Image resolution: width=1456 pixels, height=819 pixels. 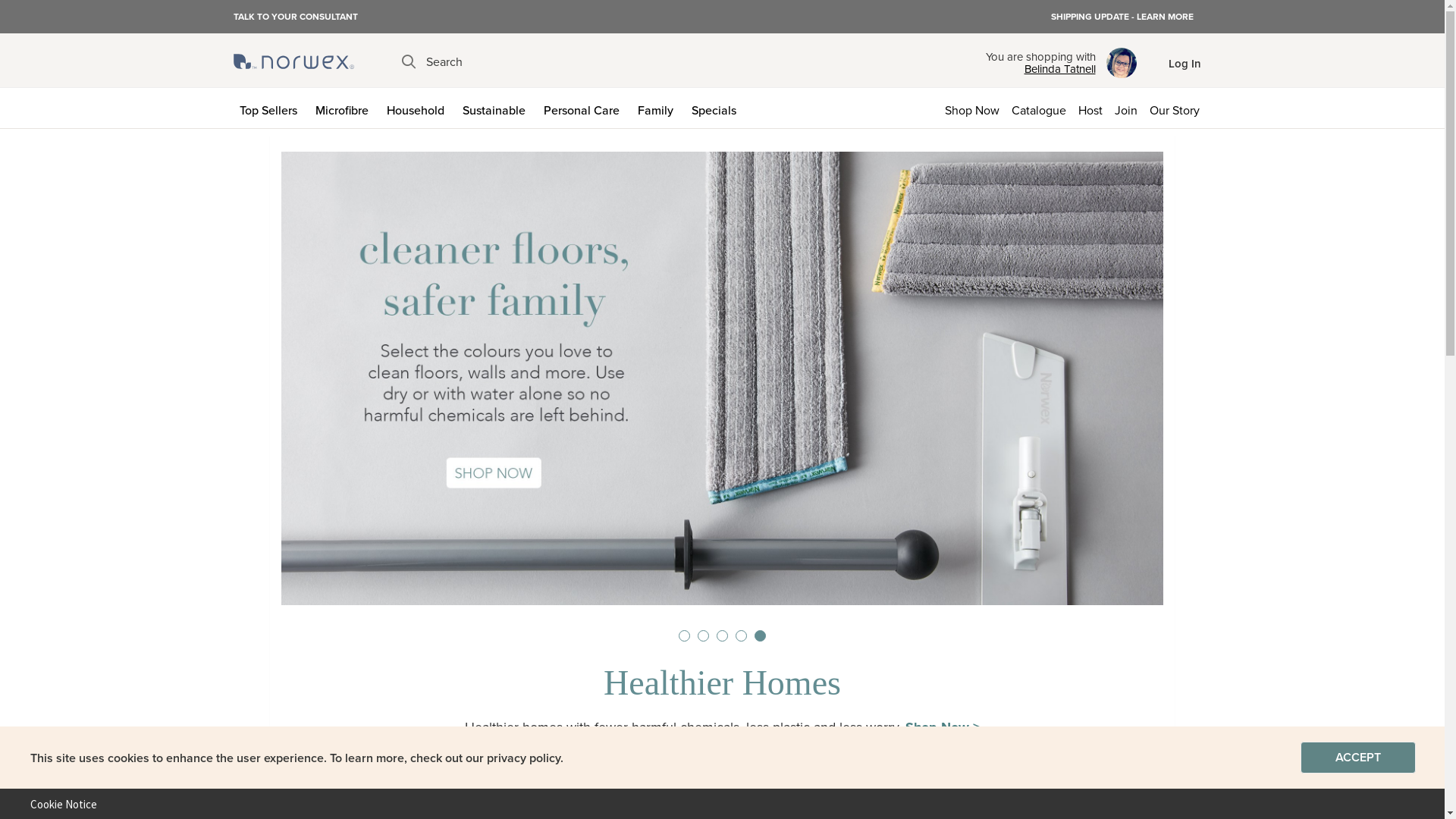 What do you see at coordinates (1125, 107) in the screenshot?
I see `'Join'` at bounding box center [1125, 107].